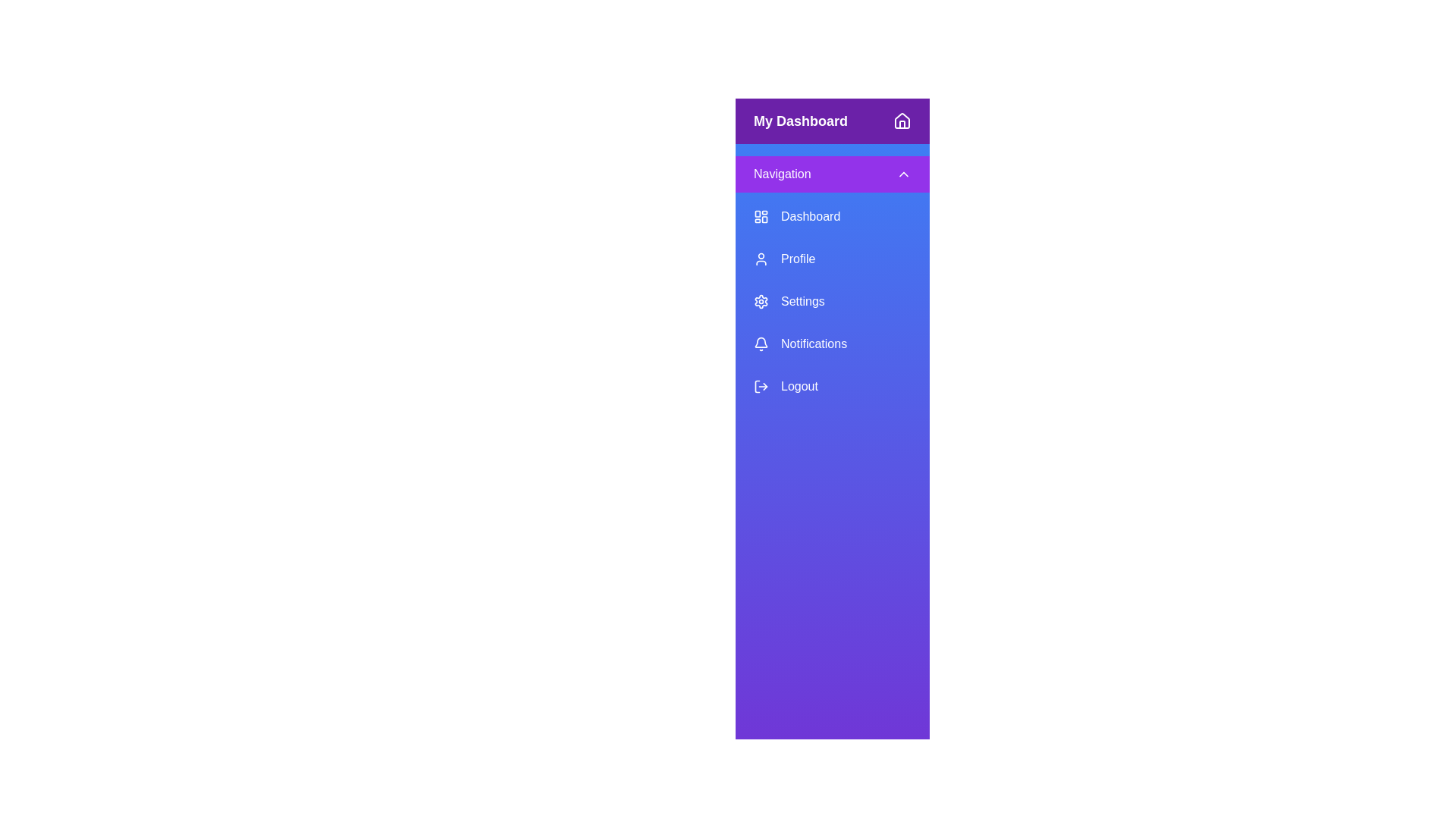 The height and width of the screenshot is (819, 1456). What do you see at coordinates (800, 120) in the screenshot?
I see `the text label indicating the dashboard section, located in the upper-left corner of the purple header bar, preceding the home button icon` at bounding box center [800, 120].